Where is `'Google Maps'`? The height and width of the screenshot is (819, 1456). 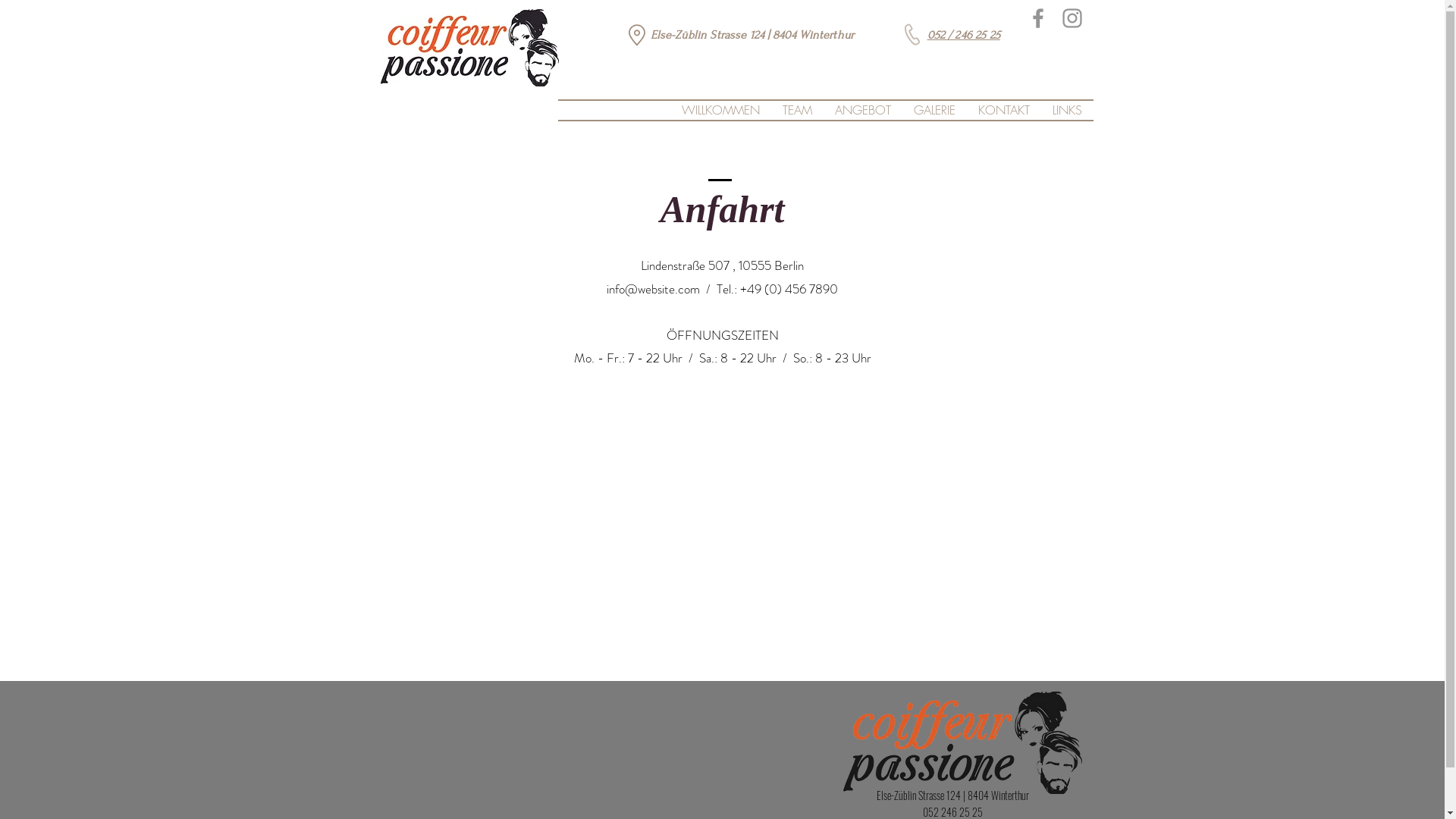 'Google Maps' is located at coordinates (720, 516).